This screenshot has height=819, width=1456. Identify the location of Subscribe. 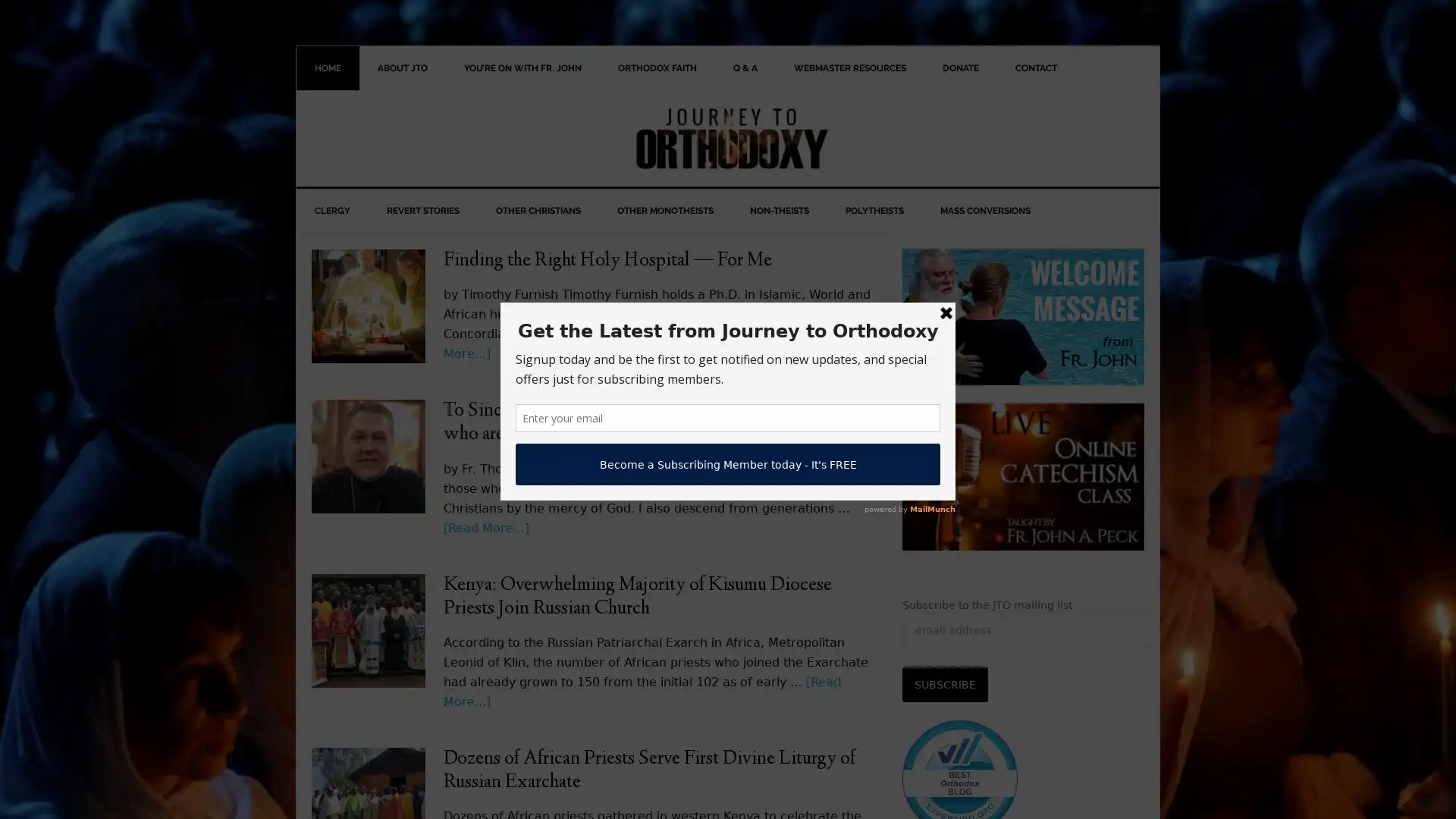
(944, 684).